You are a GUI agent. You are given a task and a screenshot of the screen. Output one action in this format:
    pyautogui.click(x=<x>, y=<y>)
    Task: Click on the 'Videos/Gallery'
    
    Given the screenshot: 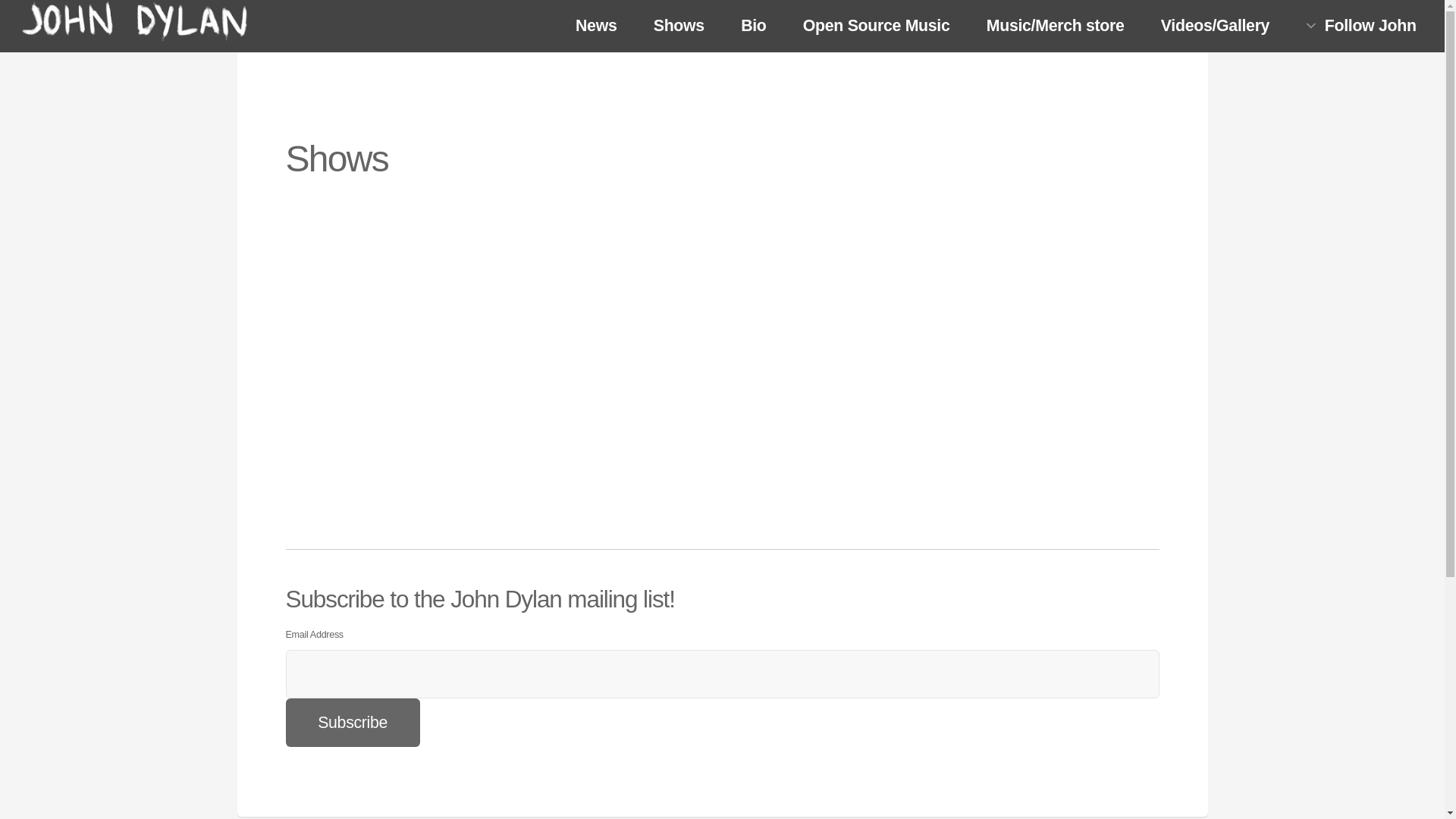 What is the action you would take?
    pyautogui.click(x=1216, y=27)
    